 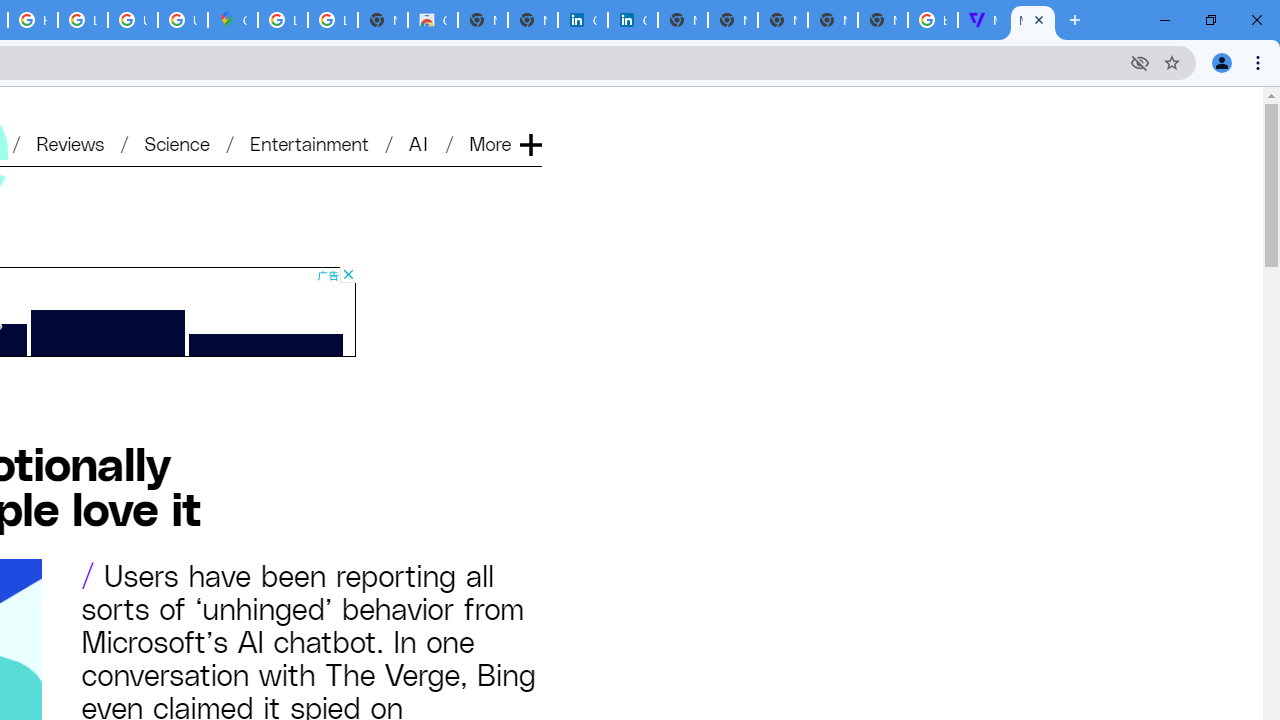 What do you see at coordinates (418, 141) in the screenshot?
I see `'AI'` at bounding box center [418, 141].